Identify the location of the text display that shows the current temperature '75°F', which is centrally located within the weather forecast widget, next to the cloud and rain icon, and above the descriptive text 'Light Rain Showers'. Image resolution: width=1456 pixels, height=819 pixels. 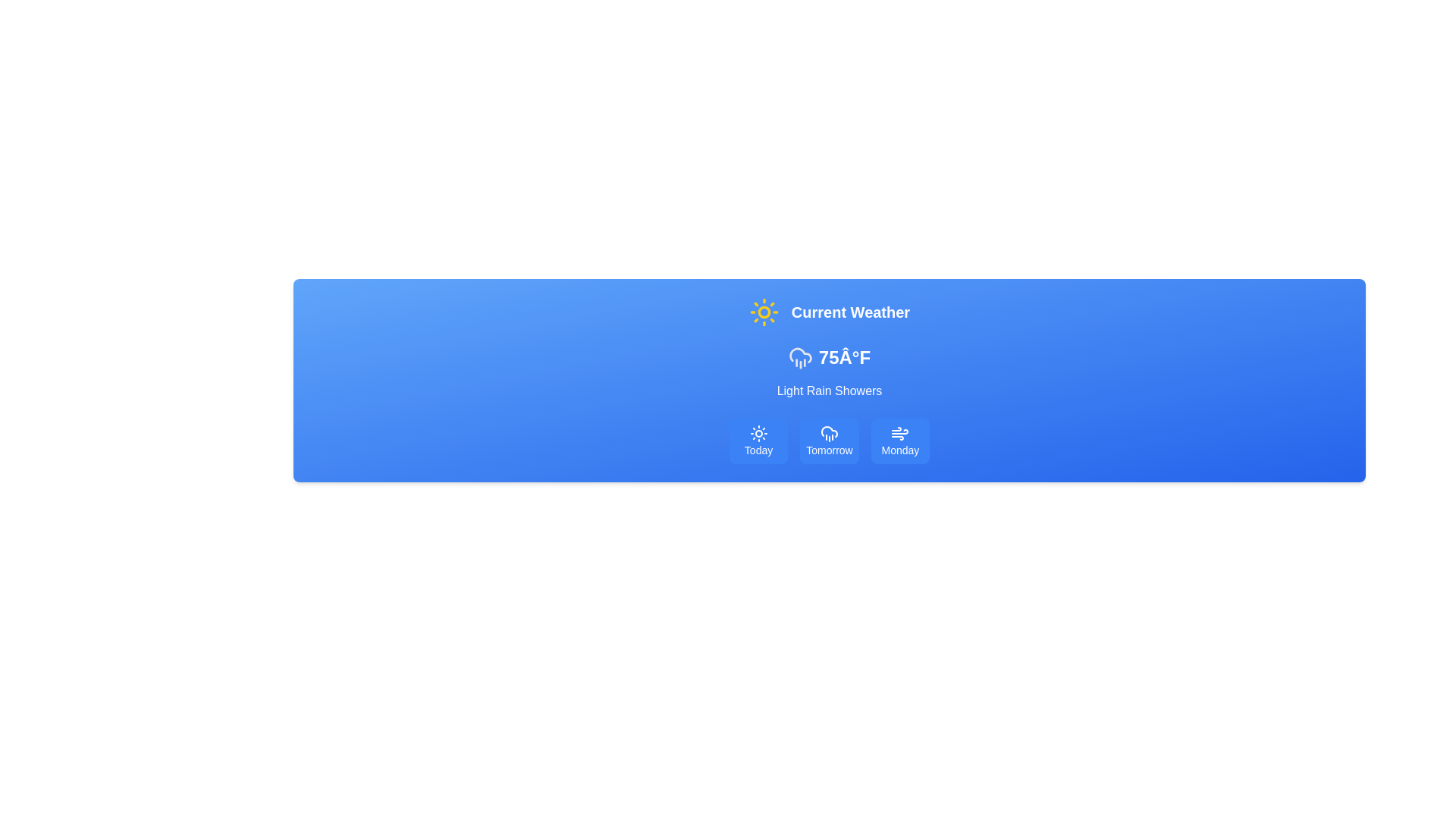
(829, 357).